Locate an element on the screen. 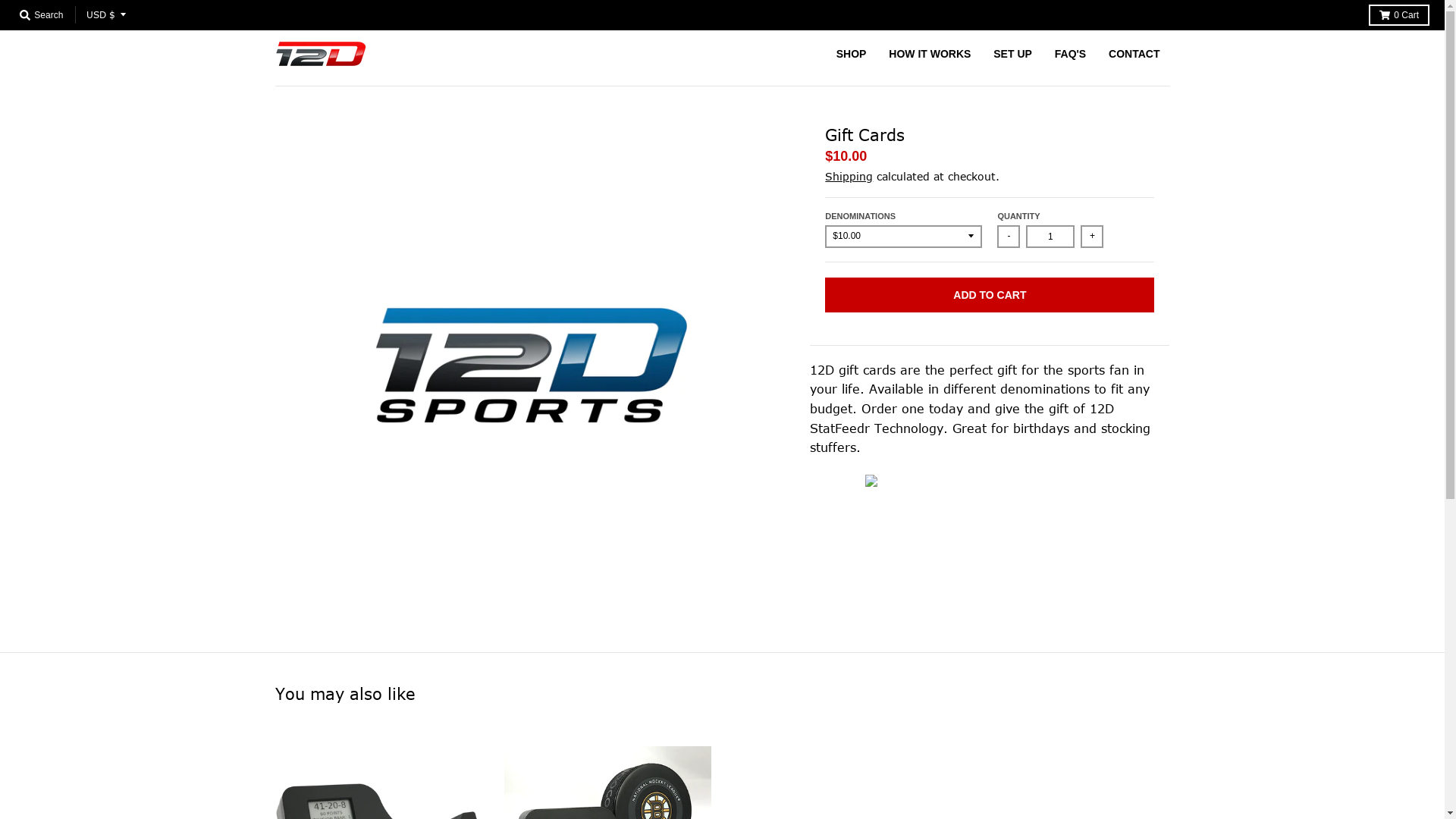  'FAQ'S' is located at coordinates (1069, 52).